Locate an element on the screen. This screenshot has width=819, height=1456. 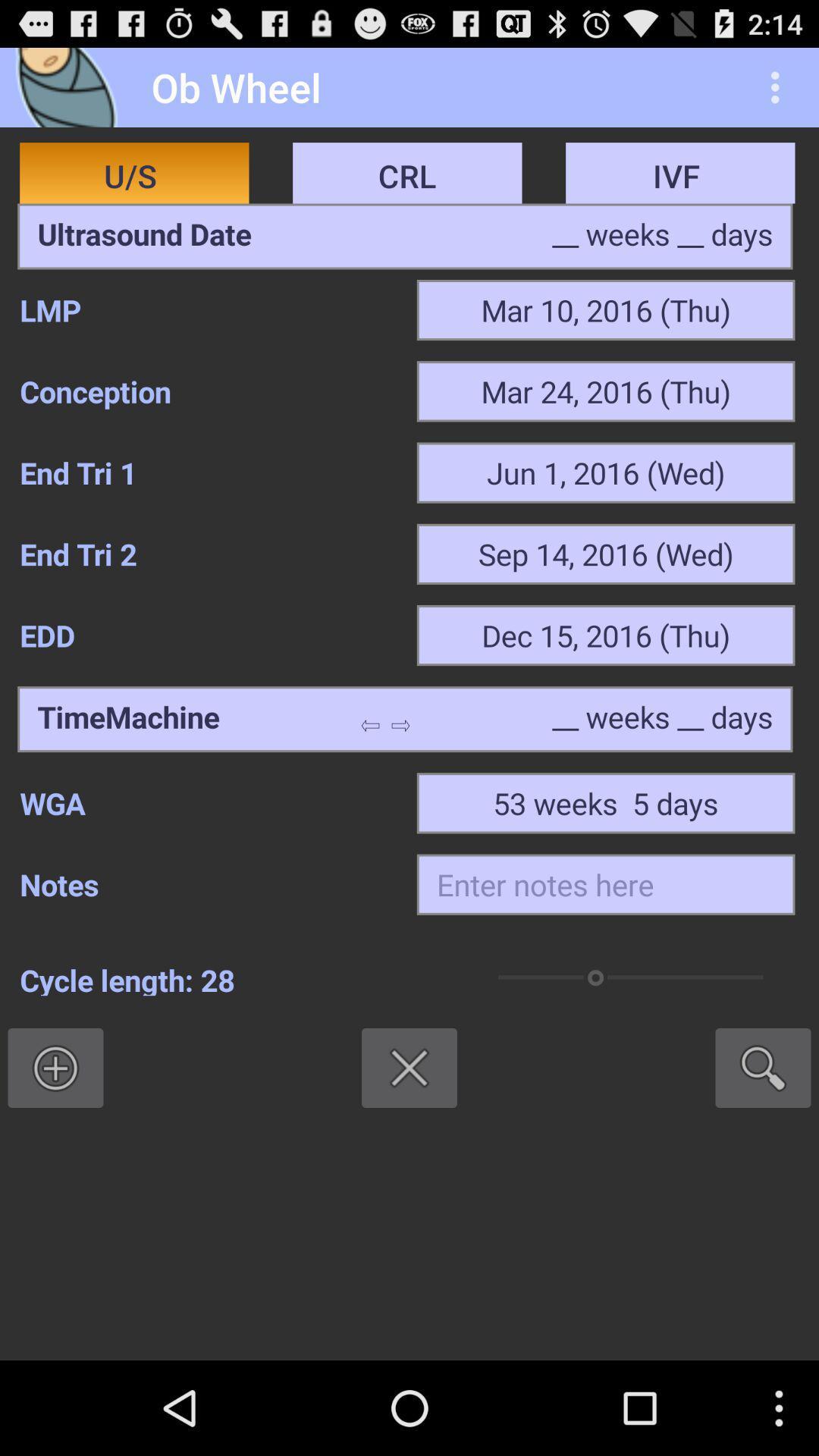
the search icon is located at coordinates (763, 1143).